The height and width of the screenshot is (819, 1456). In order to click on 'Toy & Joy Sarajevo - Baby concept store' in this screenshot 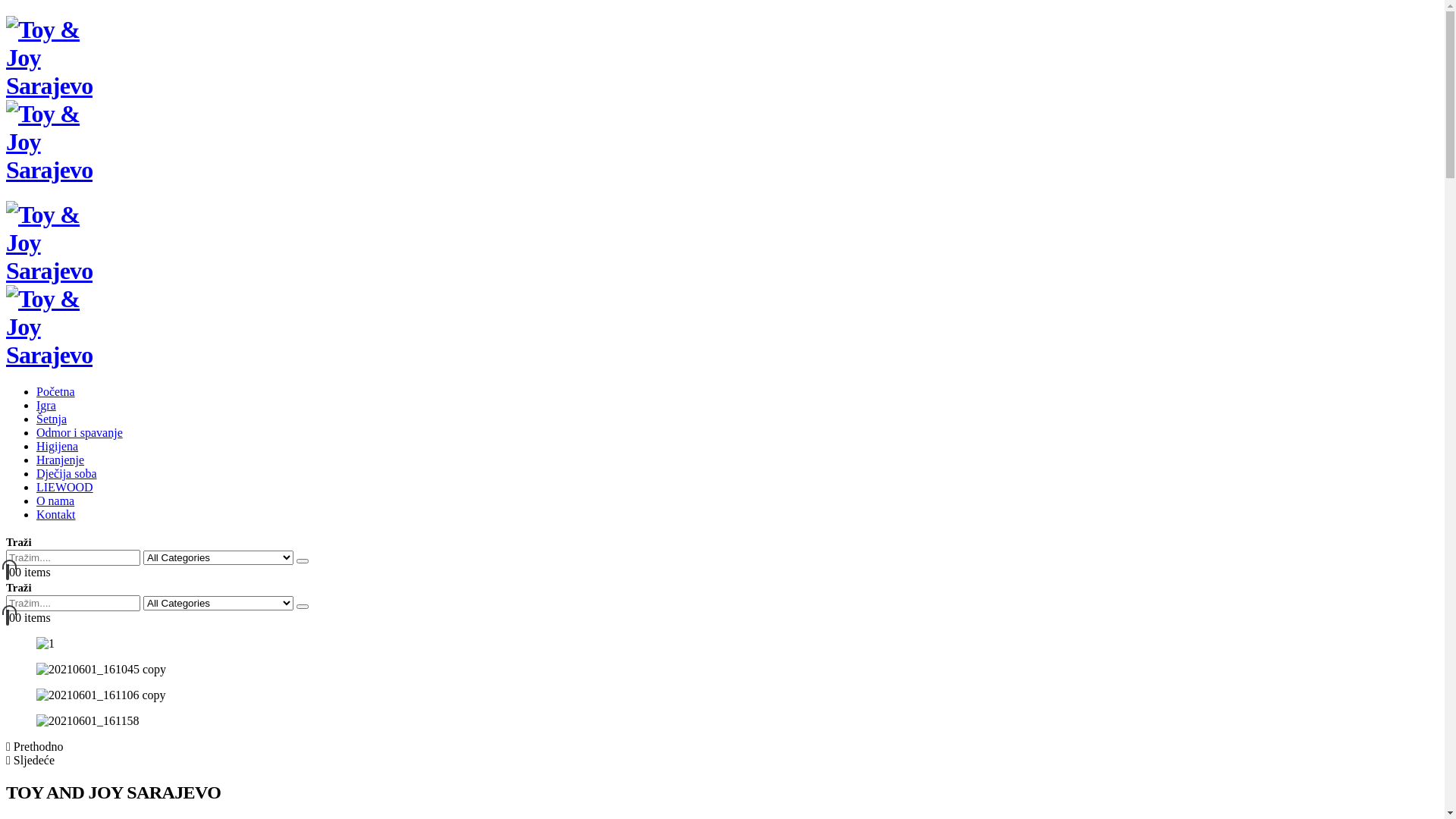, I will do `click(49, 127)`.